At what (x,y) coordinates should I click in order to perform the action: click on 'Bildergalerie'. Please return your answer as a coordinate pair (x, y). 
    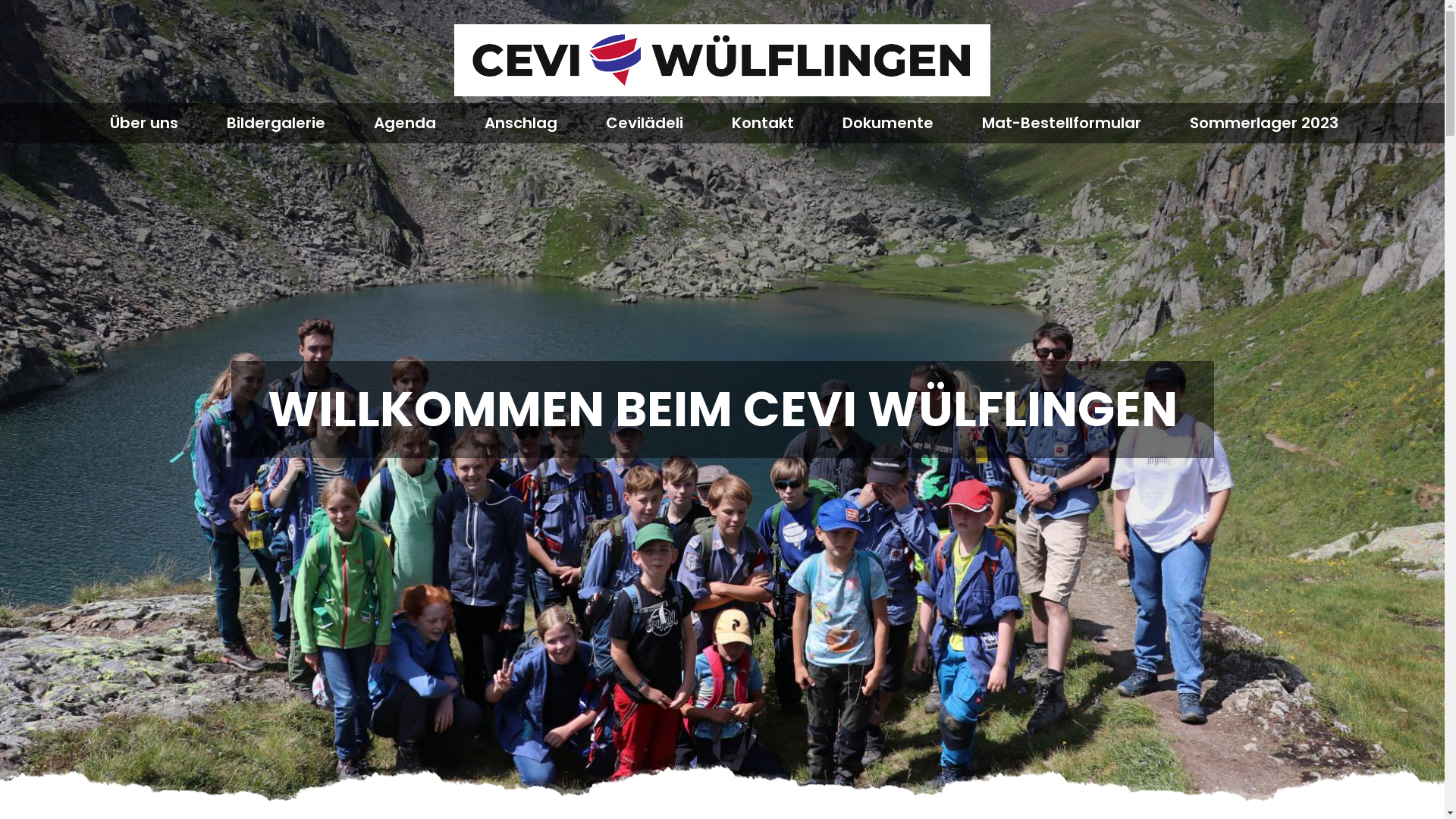
    Looking at the image, I should click on (224, 122).